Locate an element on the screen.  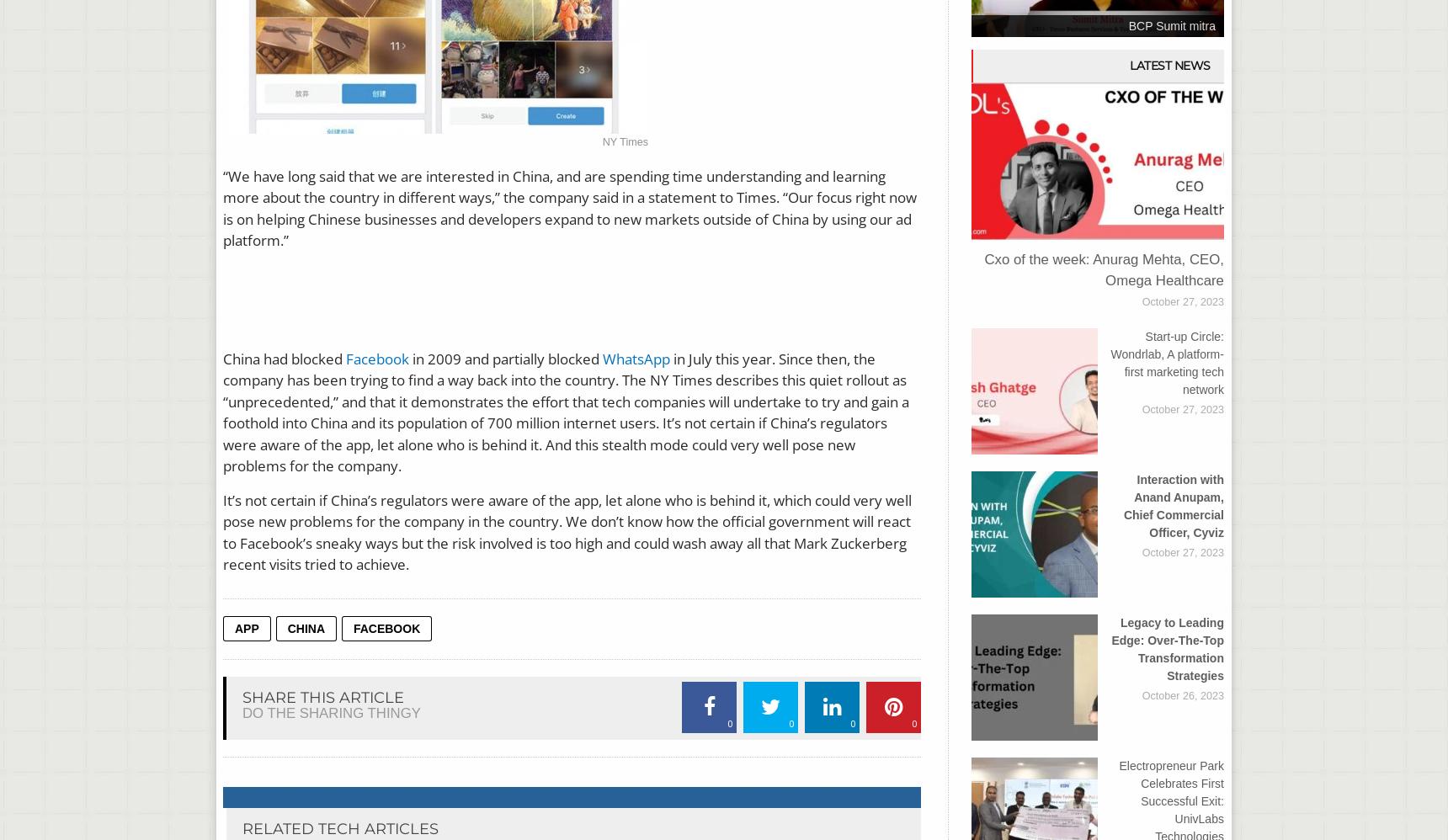
'Related Tech Articles' is located at coordinates (340, 828).